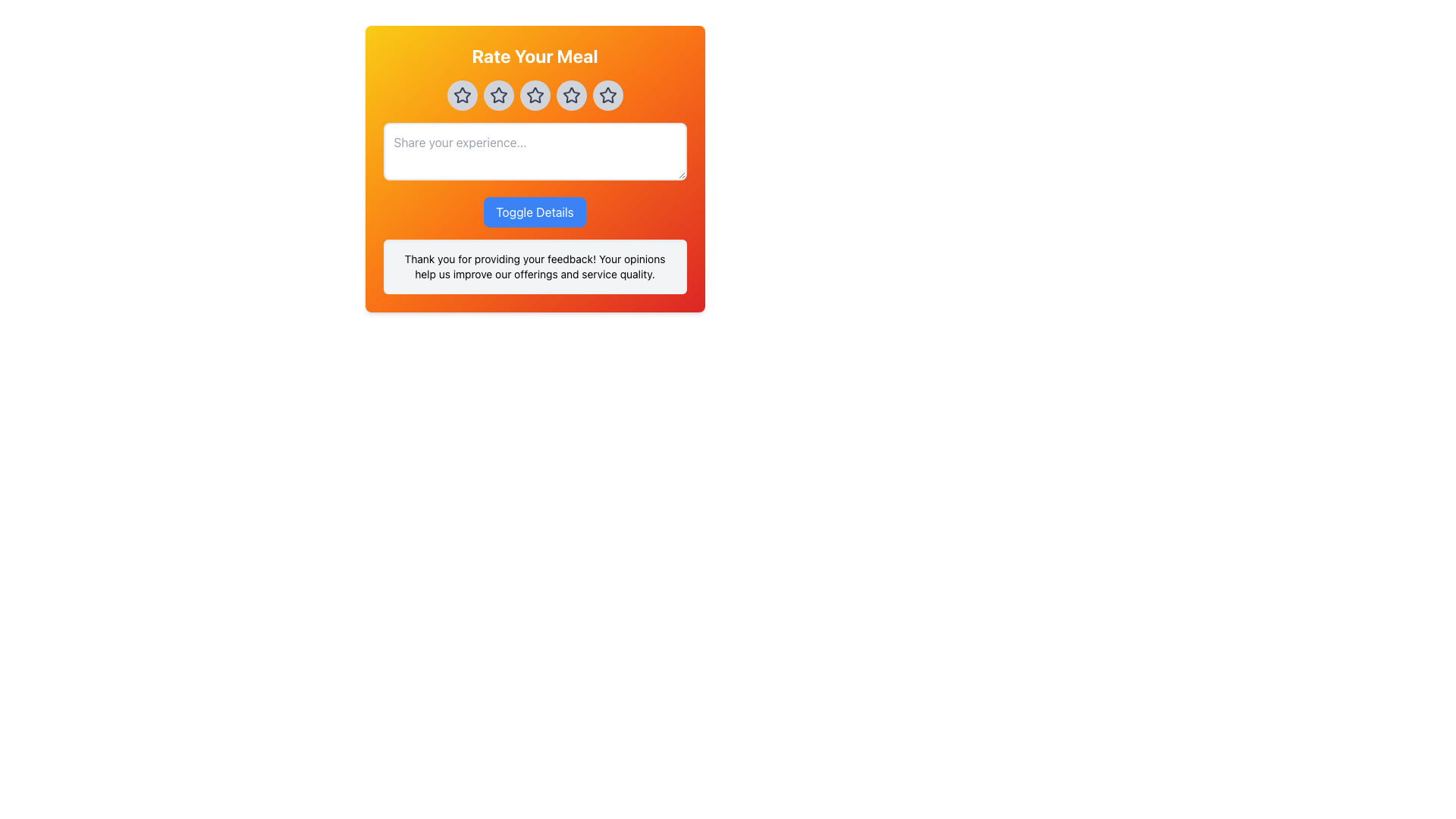 This screenshot has width=1456, height=819. Describe the element at coordinates (535, 96) in the screenshot. I see `the circular button with a star icon, which is the third button in the horizontal arrangement under 'Rate Your Meal'` at that location.